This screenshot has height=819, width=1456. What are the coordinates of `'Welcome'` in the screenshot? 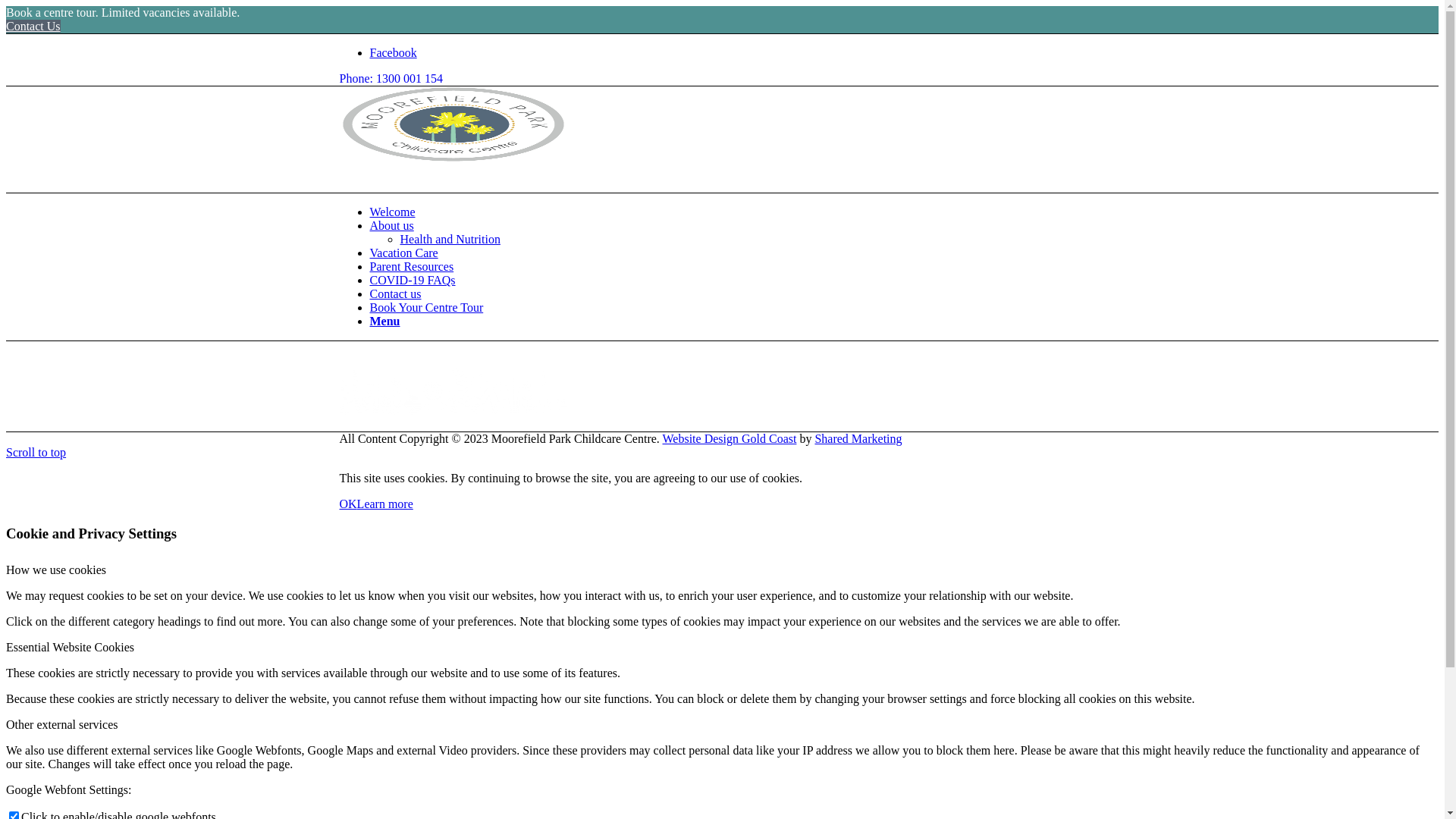 It's located at (370, 212).